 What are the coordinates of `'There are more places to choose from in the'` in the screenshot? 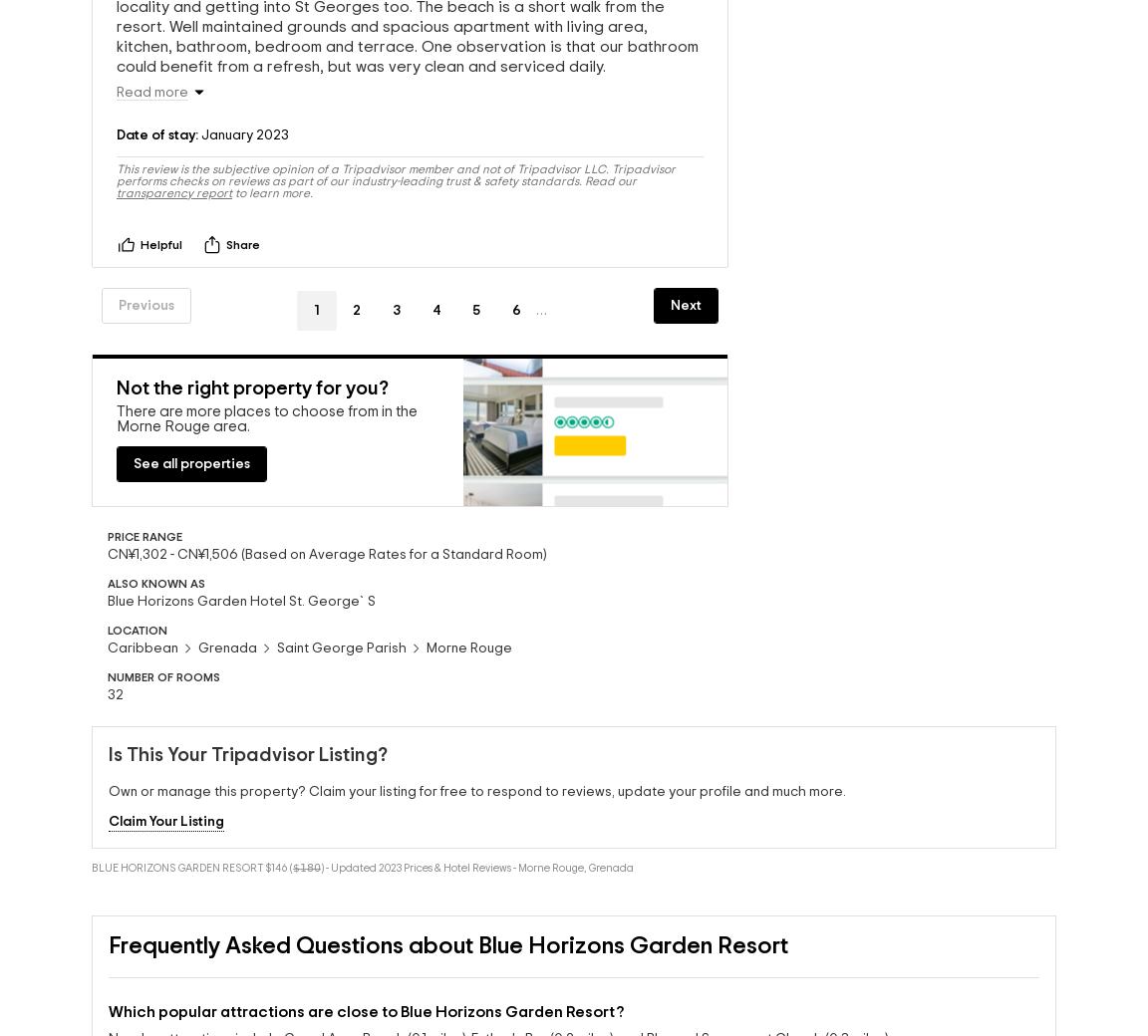 It's located at (266, 416).